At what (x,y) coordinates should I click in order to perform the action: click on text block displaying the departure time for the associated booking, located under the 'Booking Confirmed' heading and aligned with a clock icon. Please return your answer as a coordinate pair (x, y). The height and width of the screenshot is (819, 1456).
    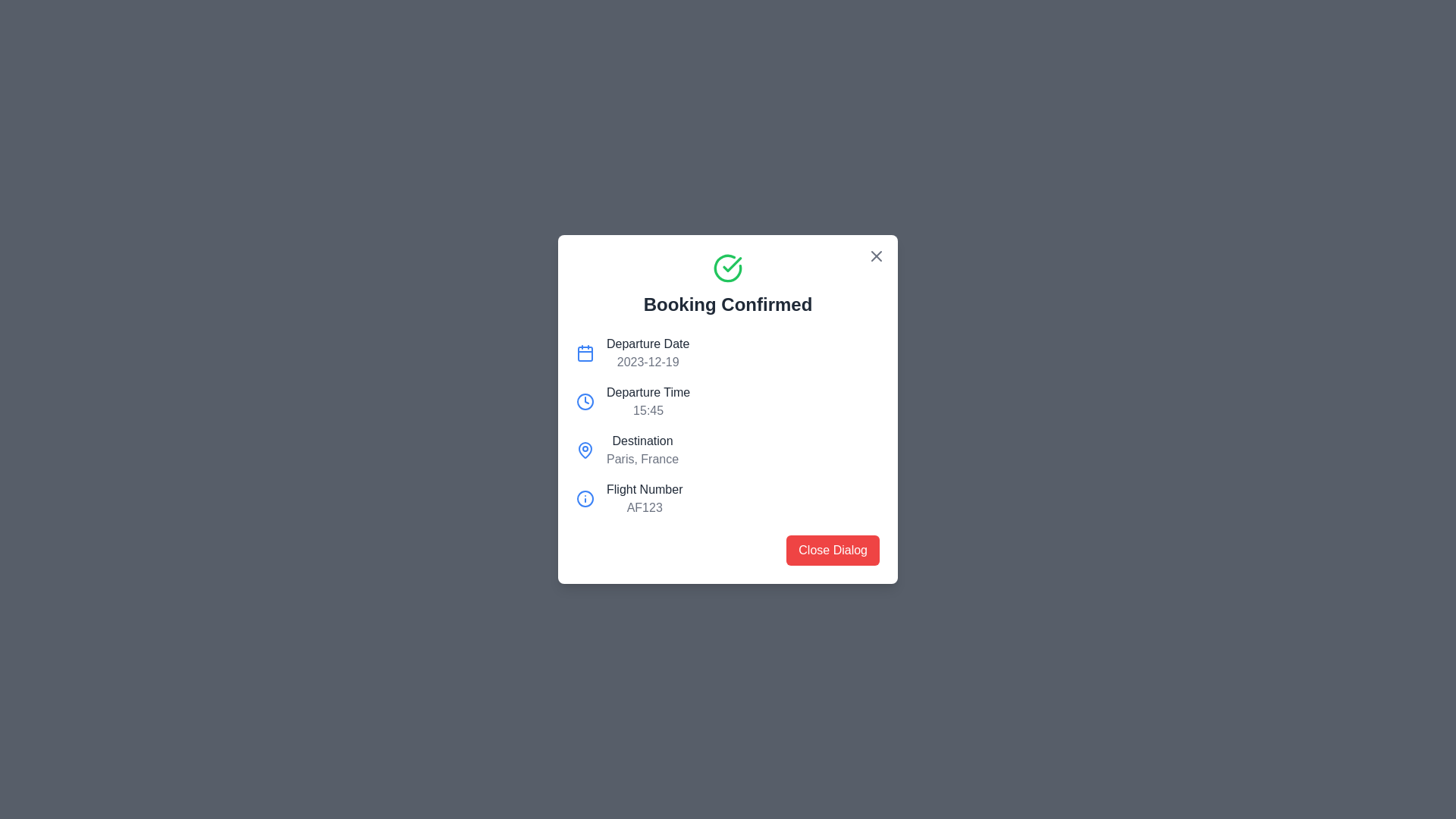
    Looking at the image, I should click on (648, 400).